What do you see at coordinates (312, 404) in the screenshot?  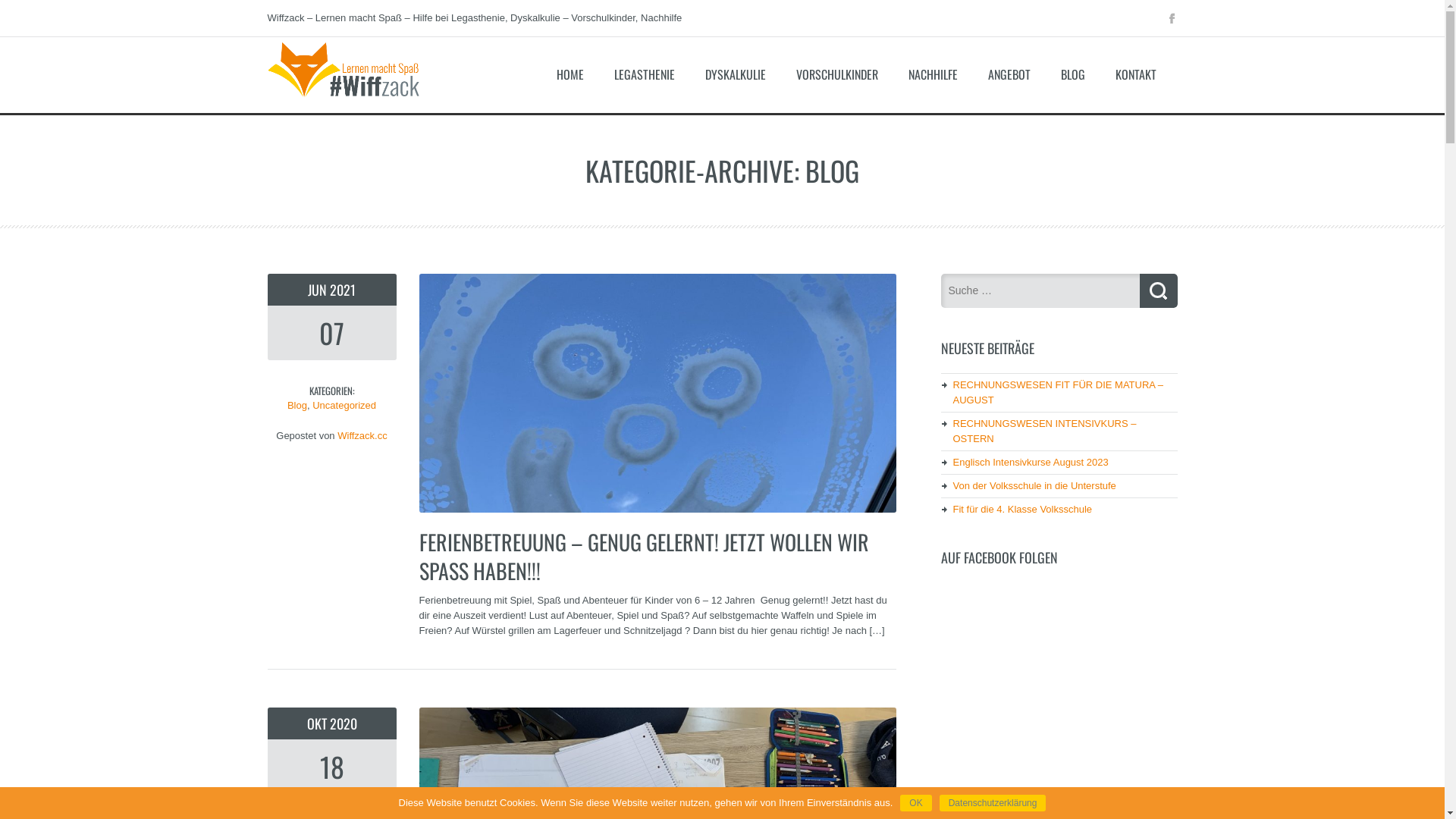 I see `'Uncategorized'` at bounding box center [312, 404].